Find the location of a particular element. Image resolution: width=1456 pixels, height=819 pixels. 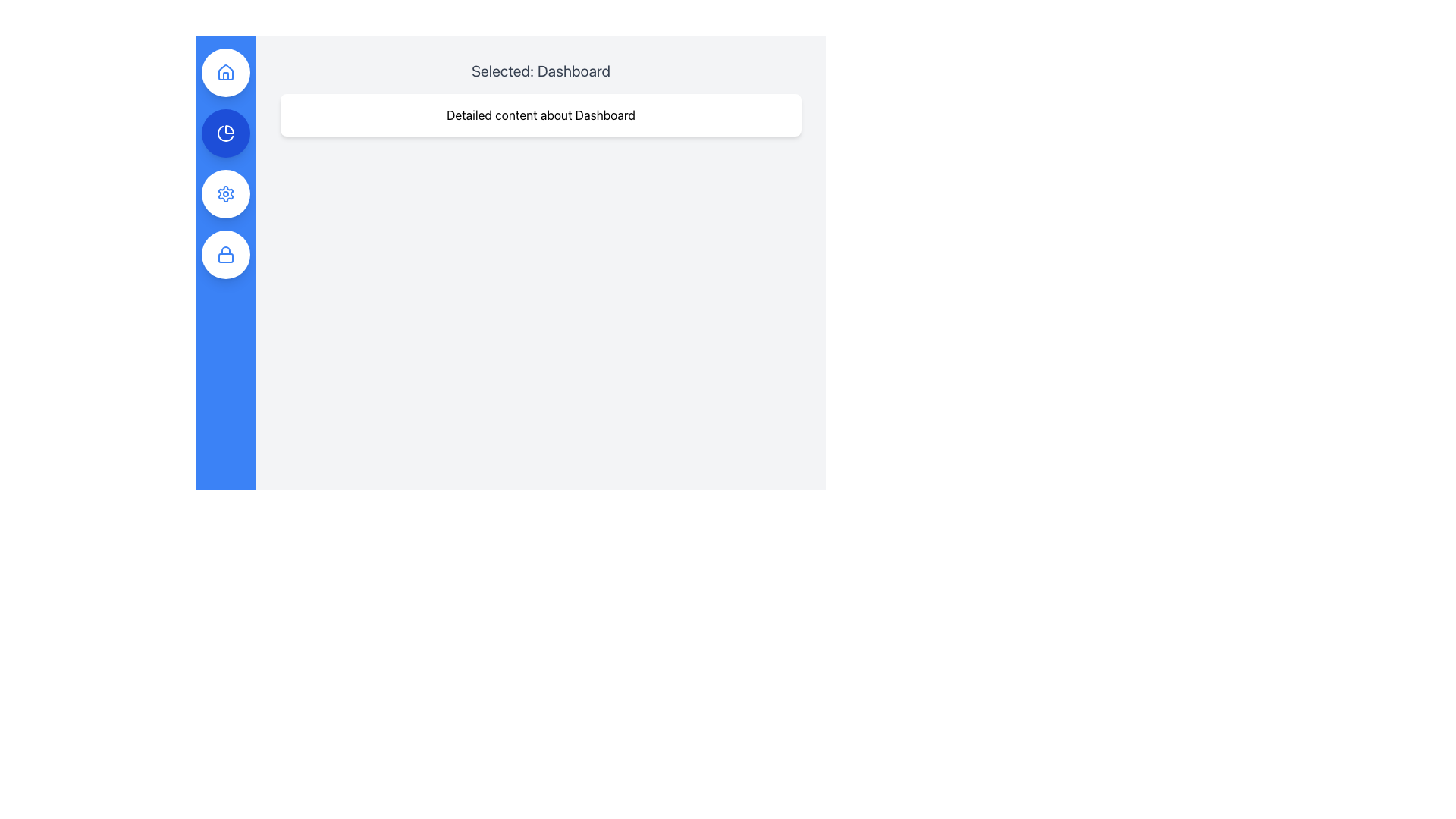

the 'Home' icon located at the top of the blue sidebar on the left is located at coordinates (224, 72).